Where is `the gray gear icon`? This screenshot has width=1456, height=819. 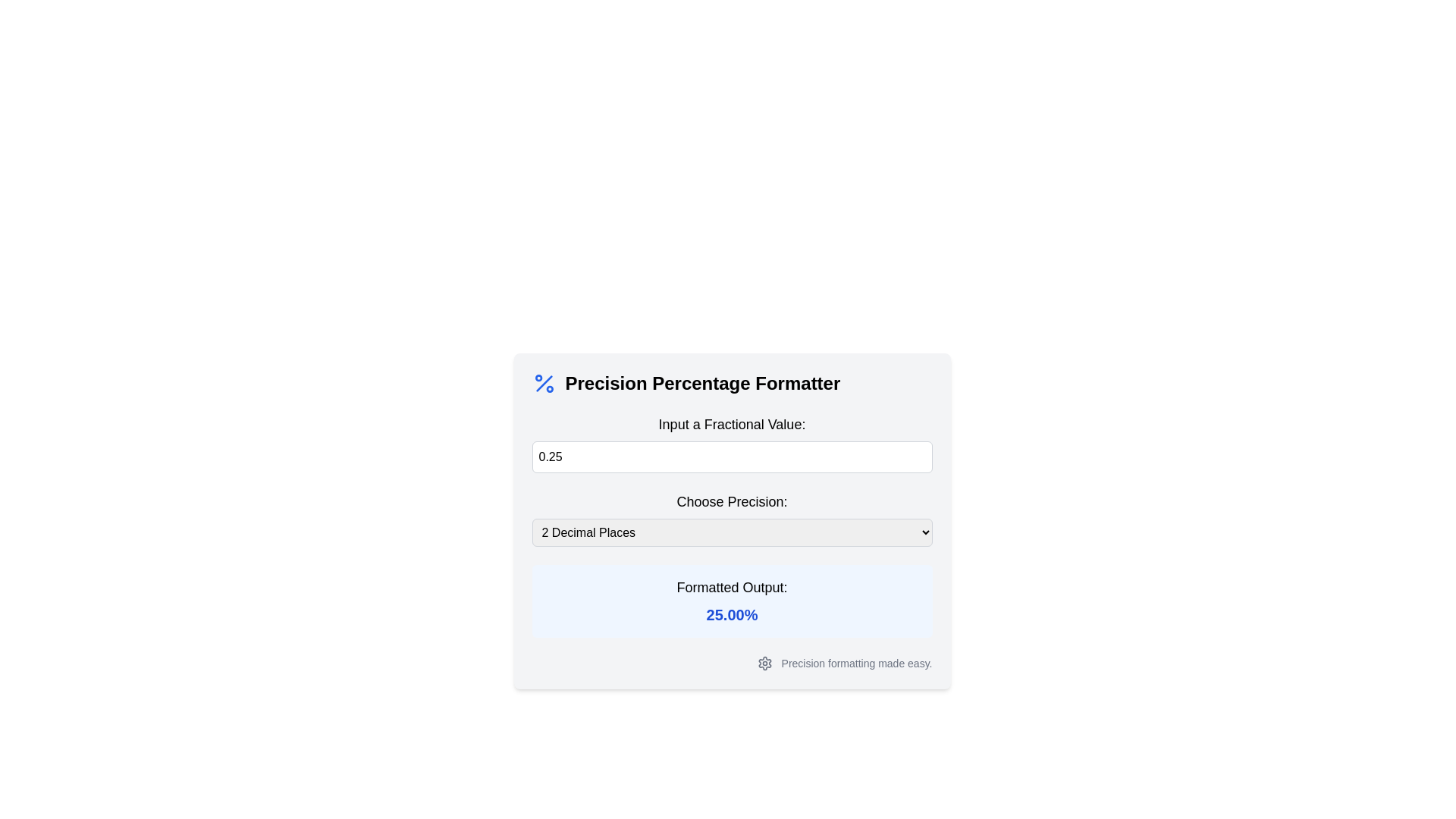 the gray gear icon is located at coordinates (764, 663).